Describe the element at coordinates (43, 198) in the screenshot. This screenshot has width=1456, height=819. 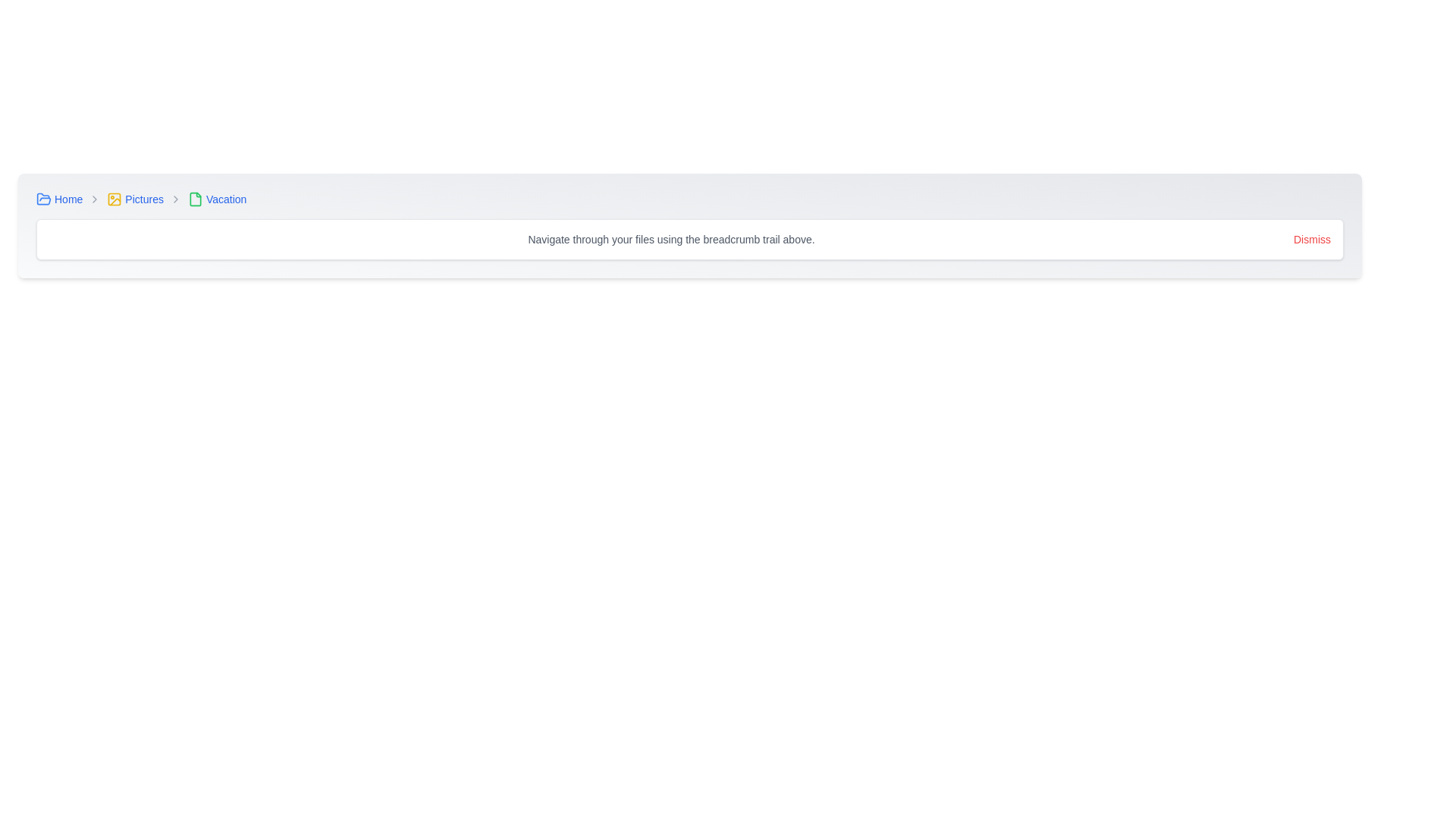
I see `the folder icon in the breadcrumb navigation, which is the second icon following the red house icon` at that location.